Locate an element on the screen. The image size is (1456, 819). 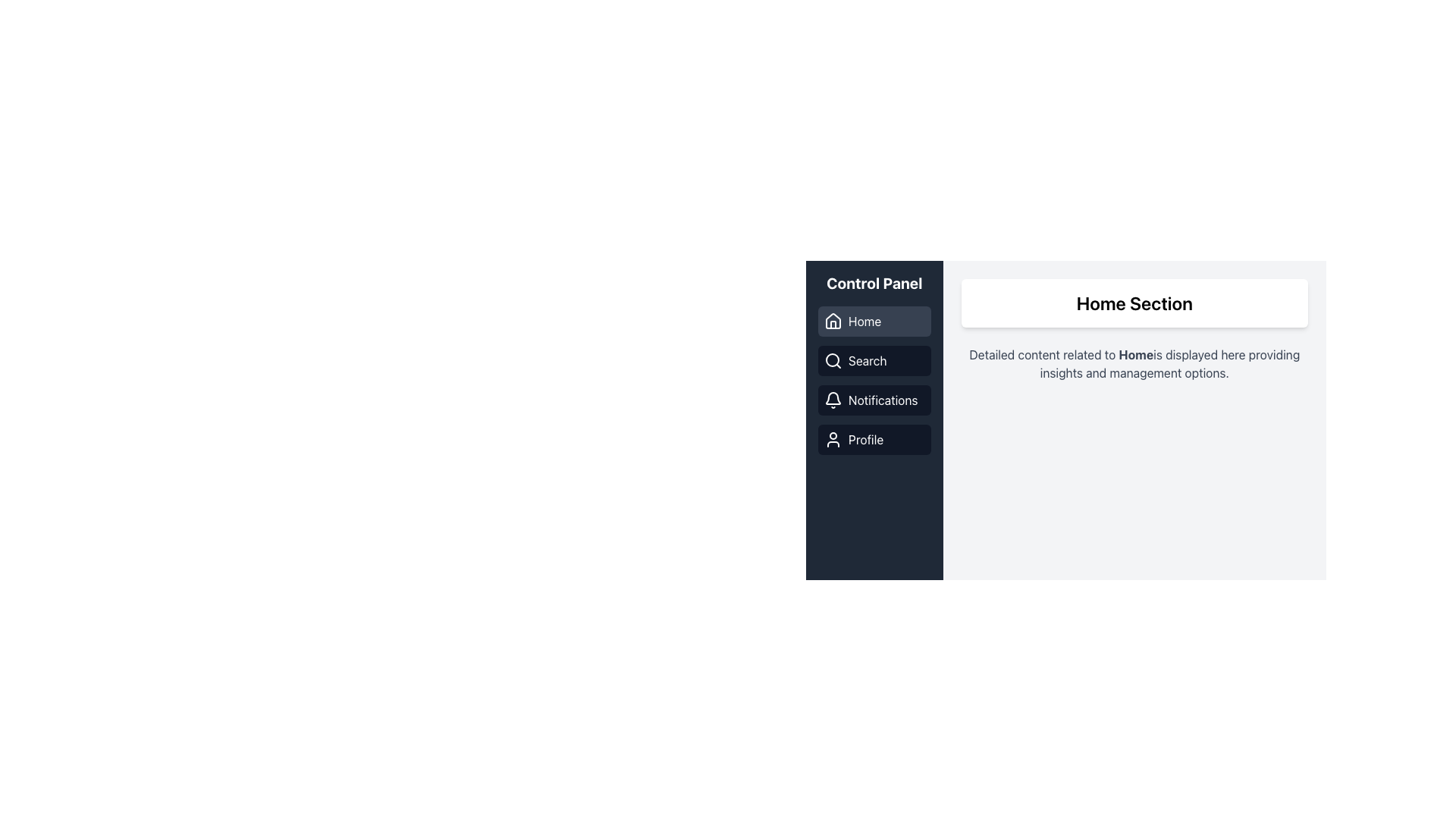
the circular lens of the magnifying glass icon representing the search functionality, located inside the second button in the sidebar menu is located at coordinates (832, 359).